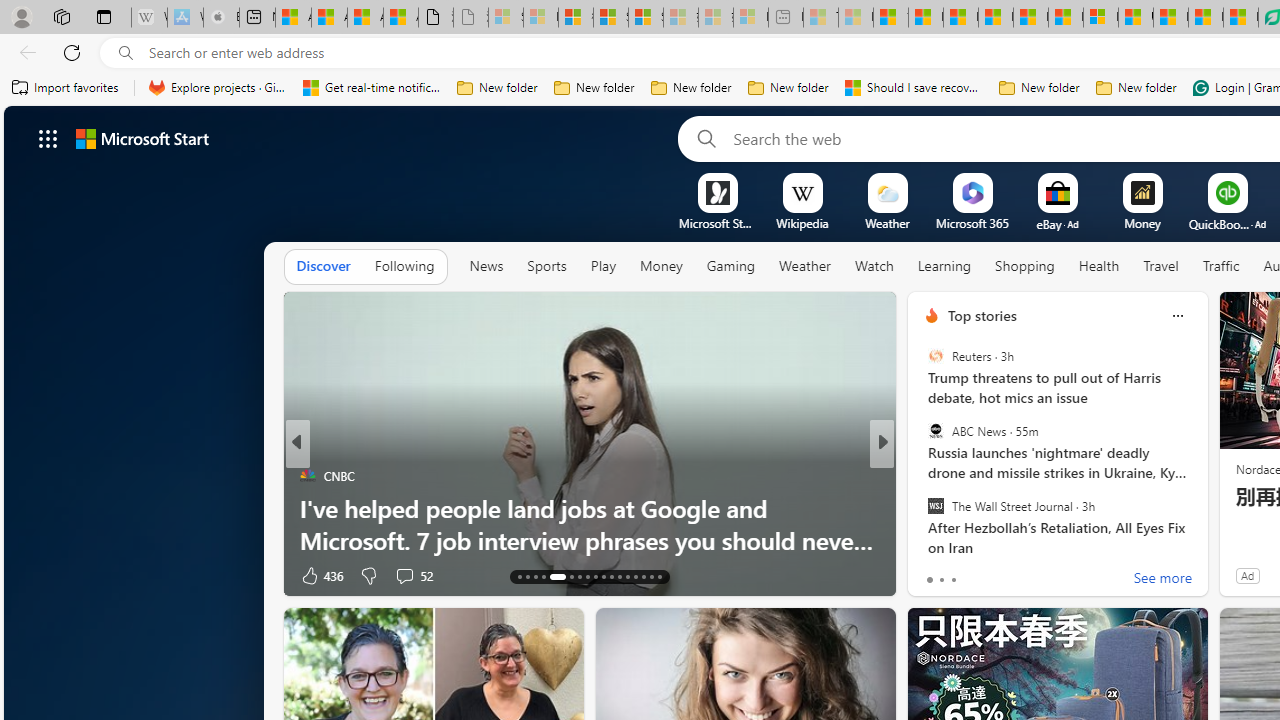  What do you see at coordinates (934, 355) in the screenshot?
I see `'Reuters'` at bounding box center [934, 355].